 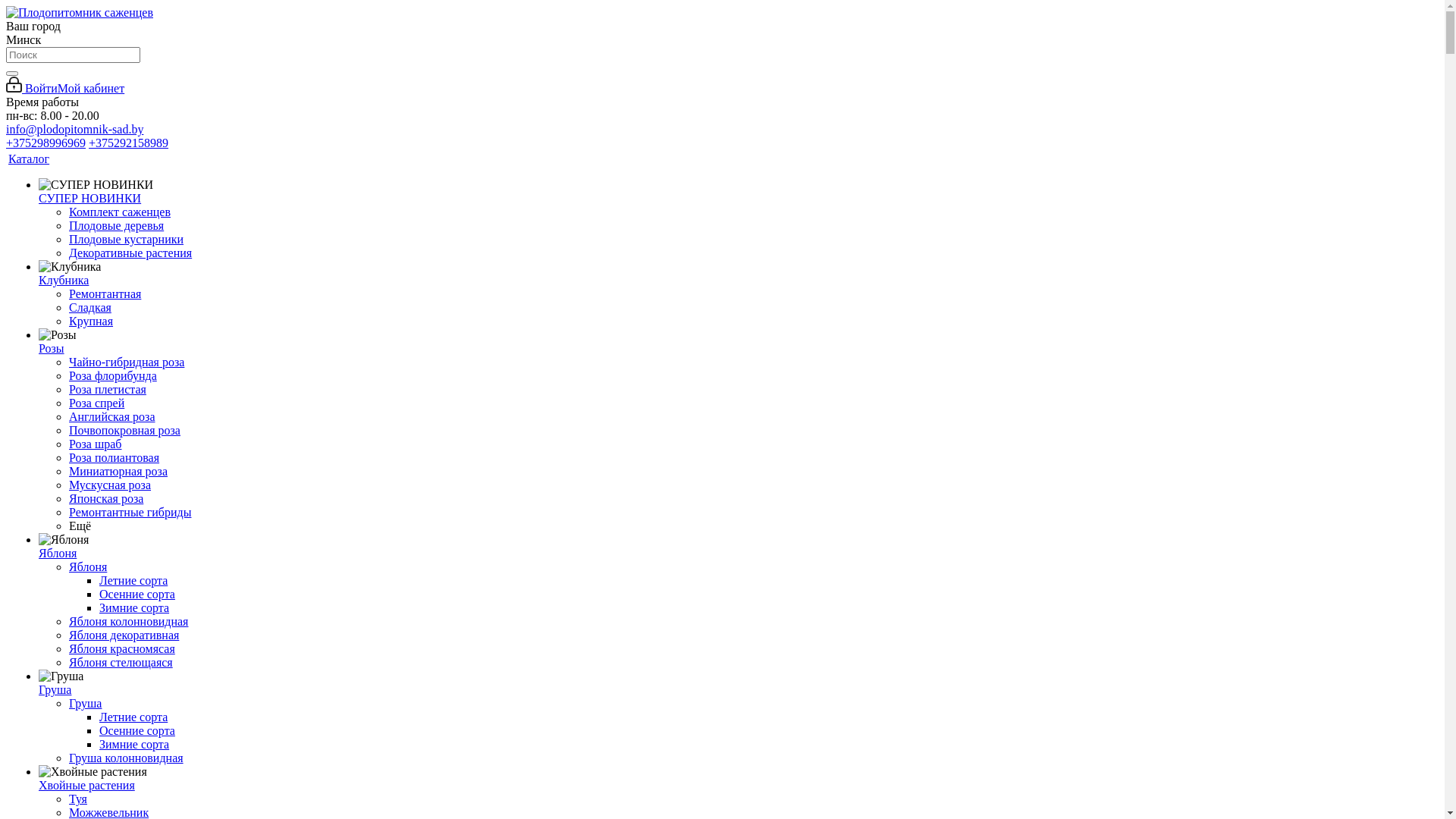 What do you see at coordinates (45, 143) in the screenshot?
I see `'+375298996969'` at bounding box center [45, 143].